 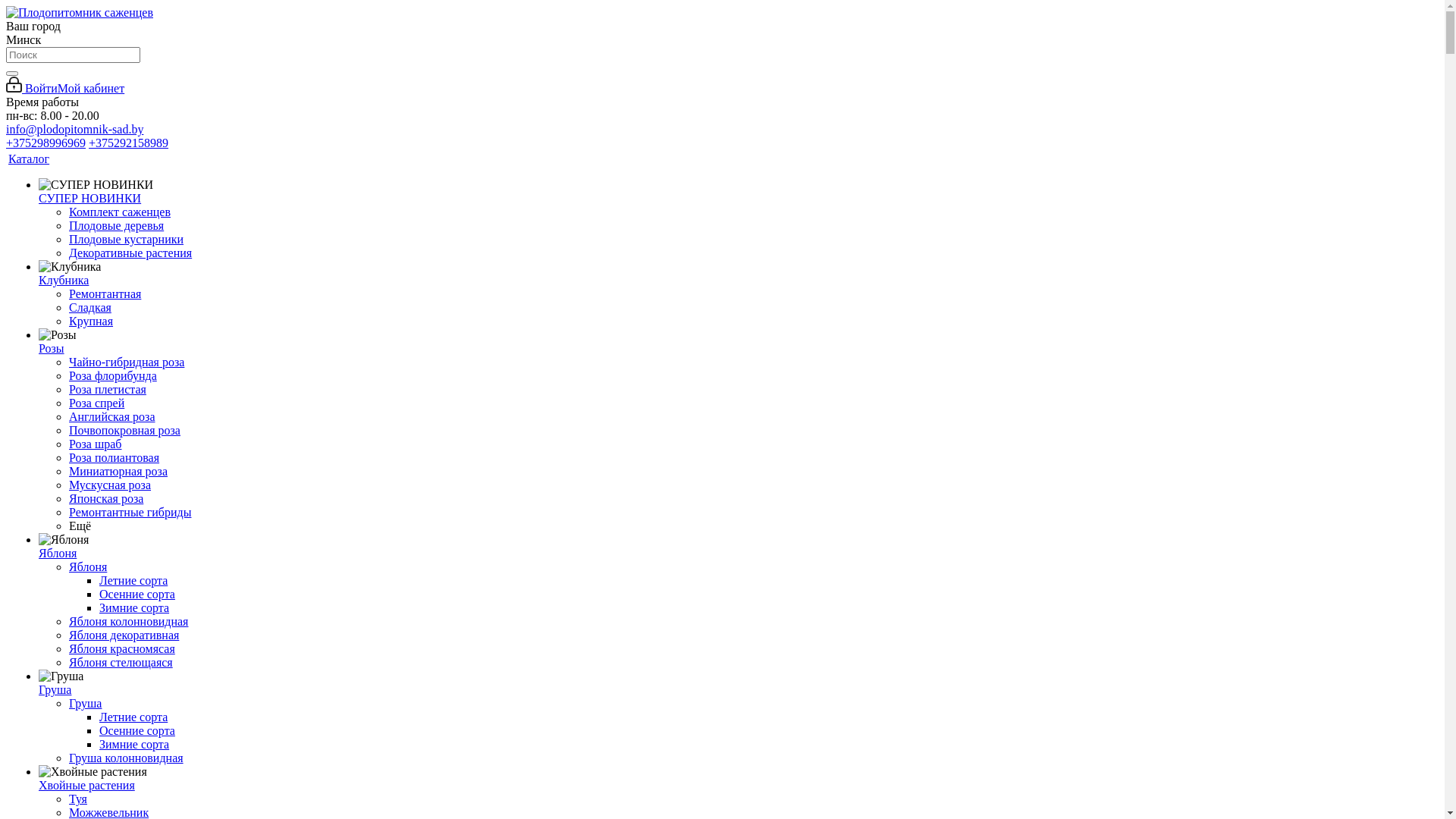 What do you see at coordinates (45, 143) in the screenshot?
I see `'+375298996969'` at bounding box center [45, 143].